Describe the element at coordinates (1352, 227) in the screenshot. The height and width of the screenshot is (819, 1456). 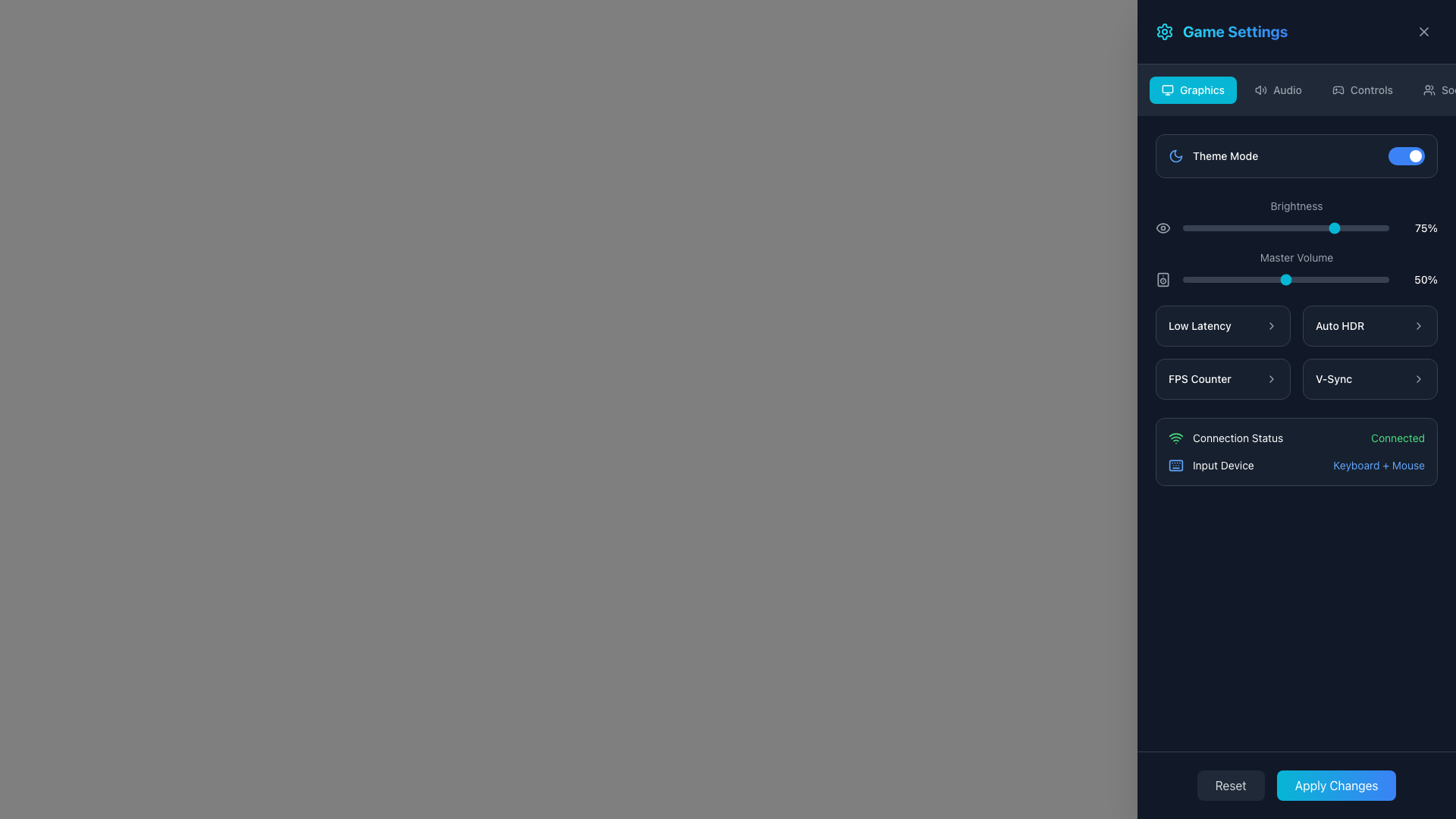
I see `the brightness` at that location.